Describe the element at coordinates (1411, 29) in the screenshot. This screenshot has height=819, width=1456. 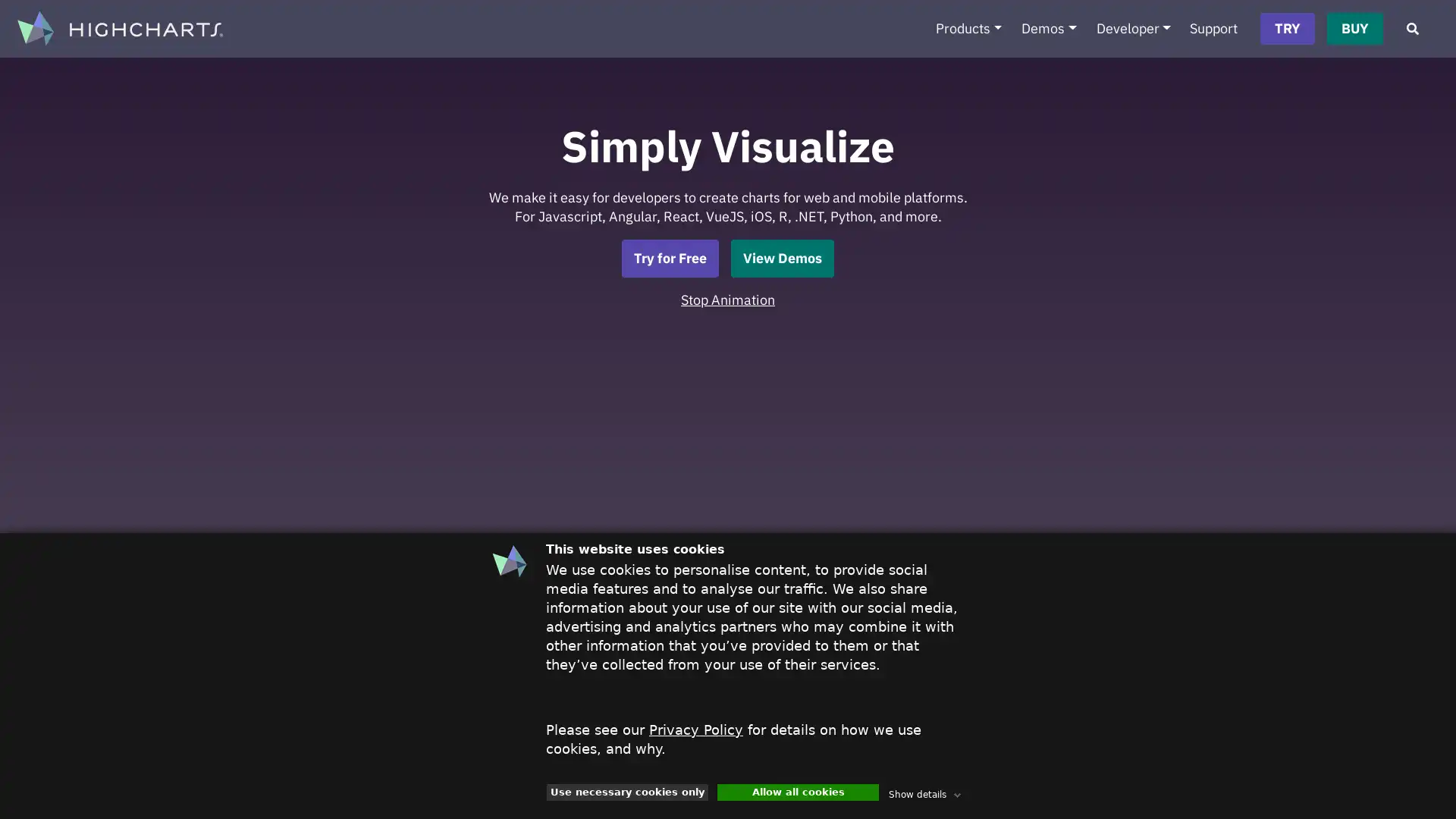
I see `Open search field` at that location.